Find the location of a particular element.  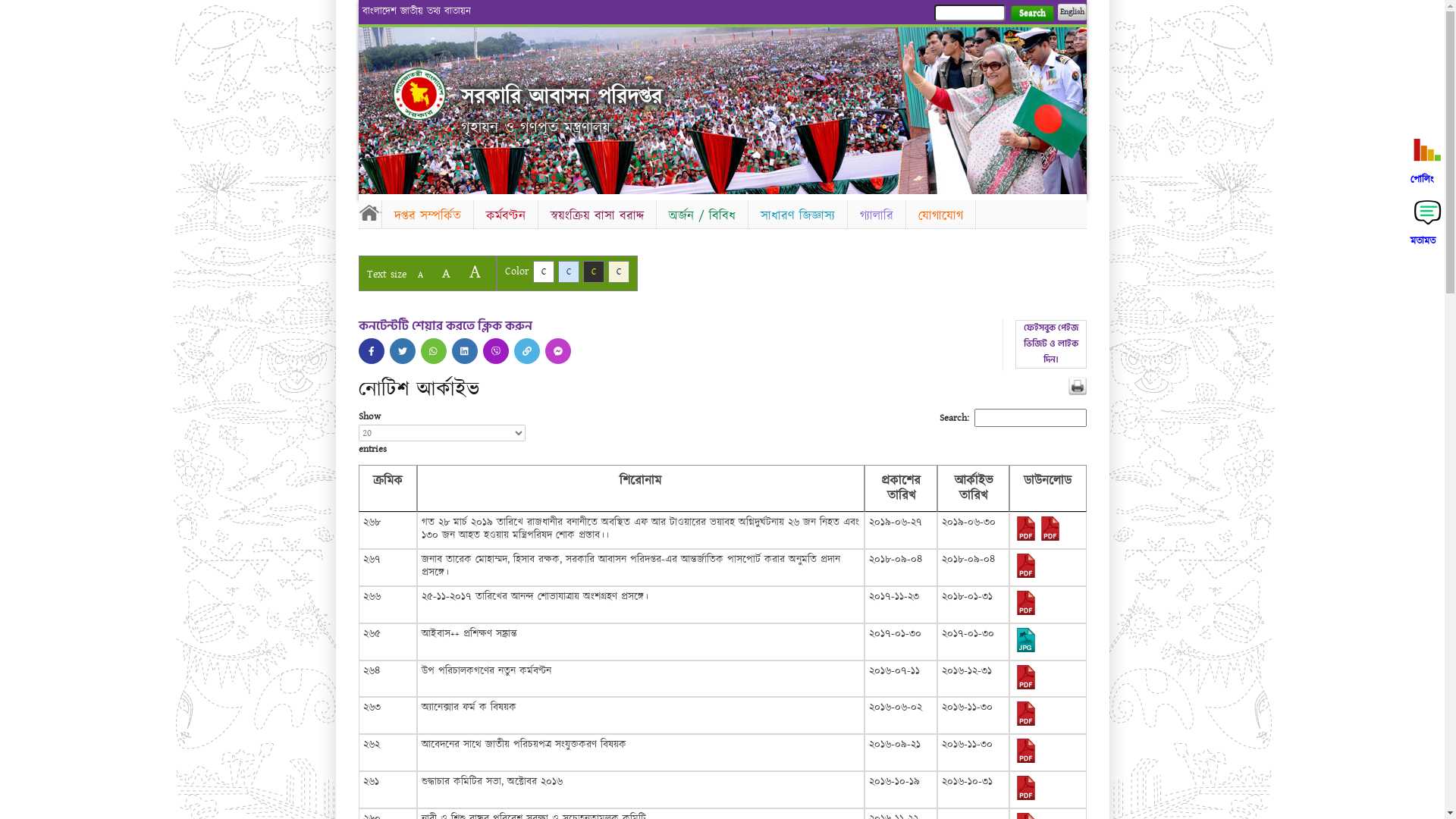

'C' is located at coordinates (532, 271).